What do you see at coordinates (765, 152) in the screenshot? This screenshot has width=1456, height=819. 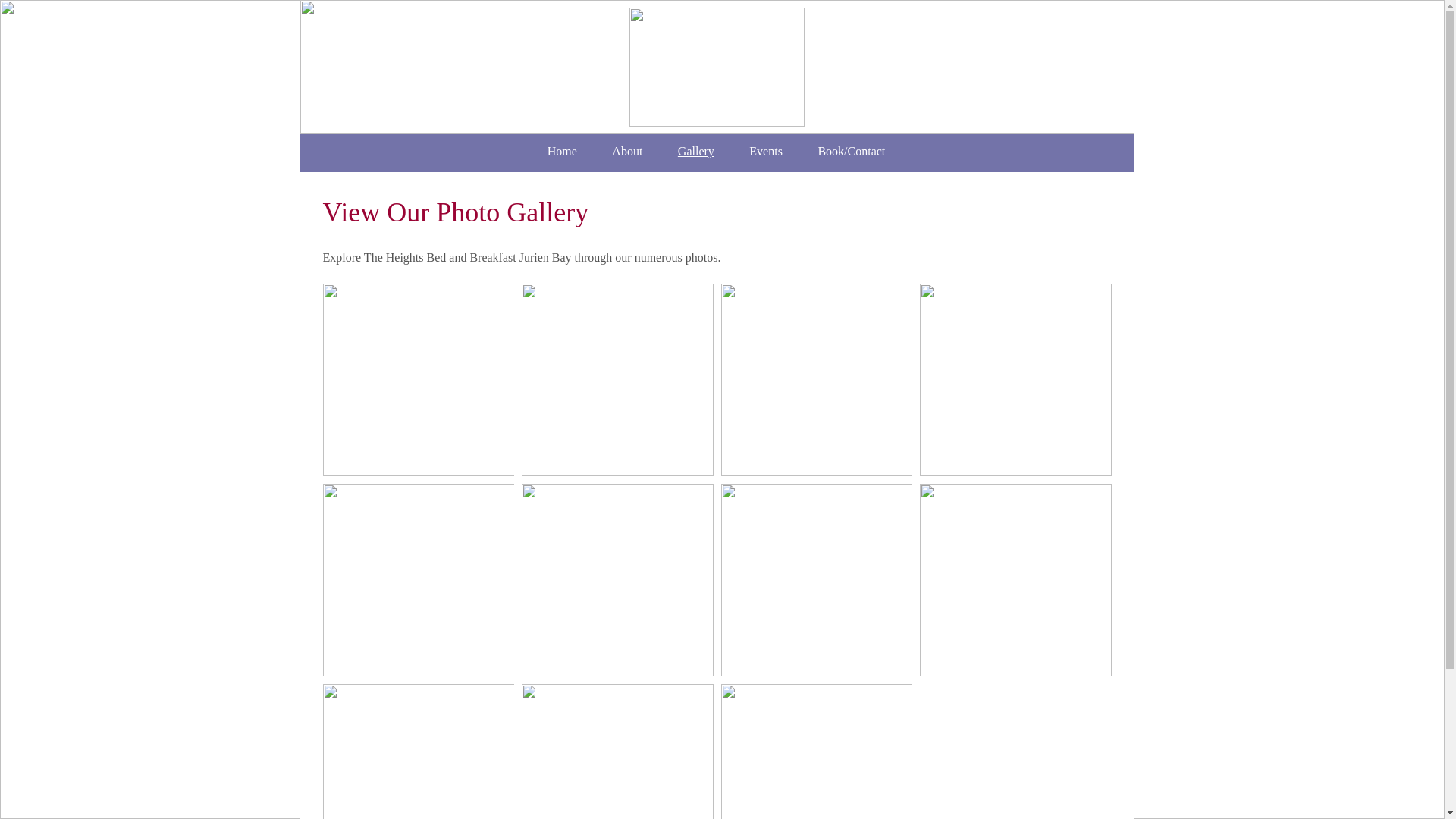 I see `'Events'` at bounding box center [765, 152].